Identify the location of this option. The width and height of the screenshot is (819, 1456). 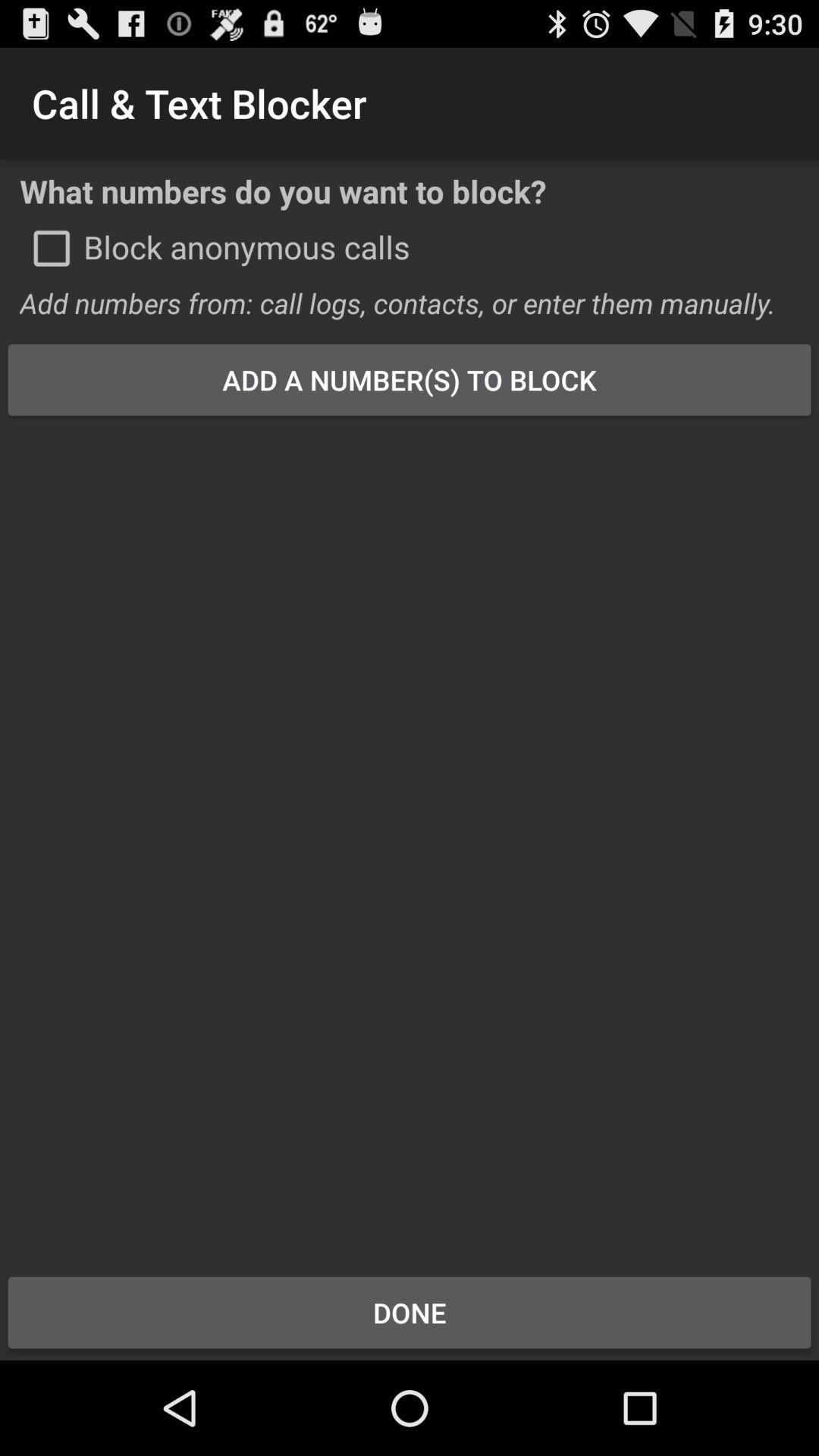
(51, 248).